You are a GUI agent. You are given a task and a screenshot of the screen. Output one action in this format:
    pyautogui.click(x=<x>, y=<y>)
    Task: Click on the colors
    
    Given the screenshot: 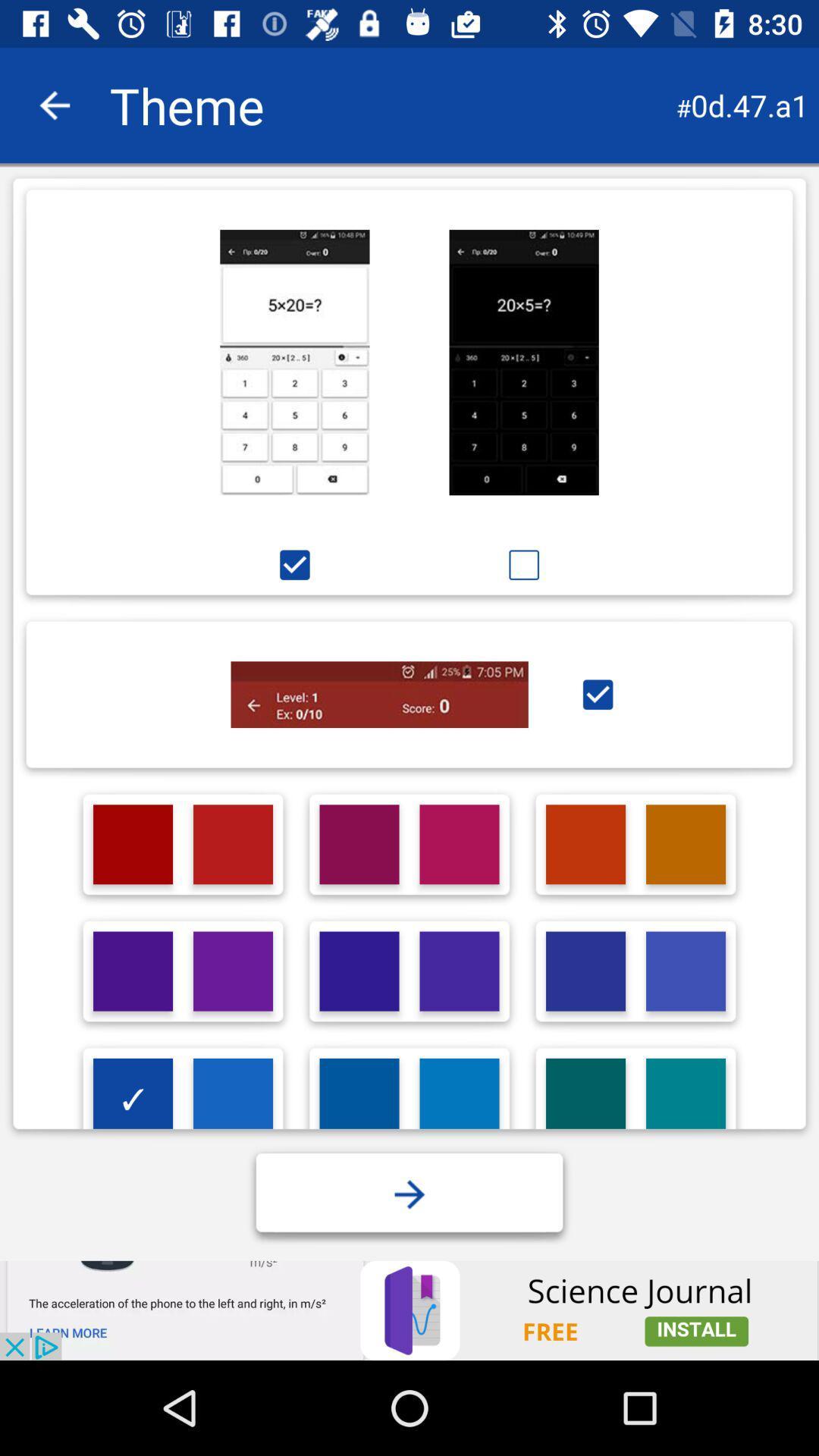 What is the action you would take?
    pyautogui.click(x=585, y=1098)
    